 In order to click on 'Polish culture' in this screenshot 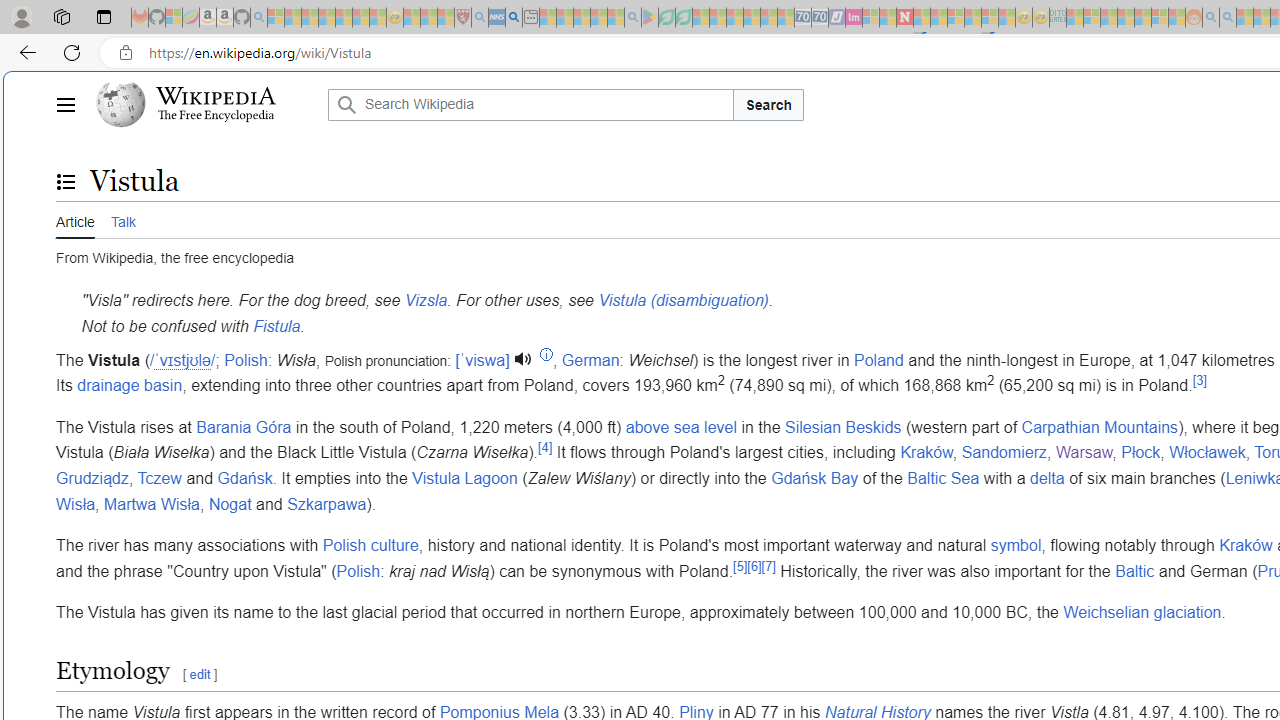, I will do `click(370, 546)`.